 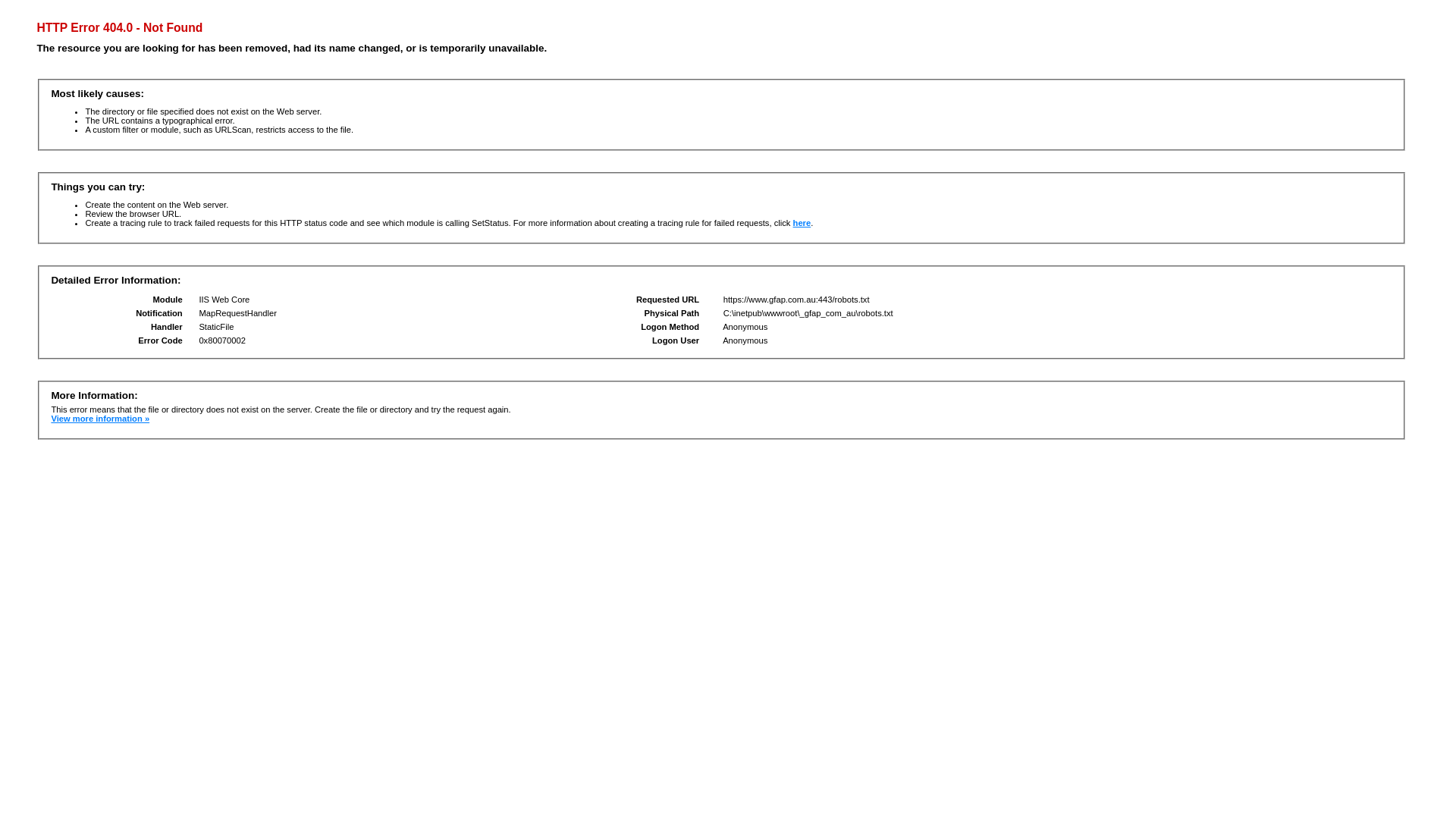 What do you see at coordinates (801, 222) in the screenshot?
I see `'here'` at bounding box center [801, 222].